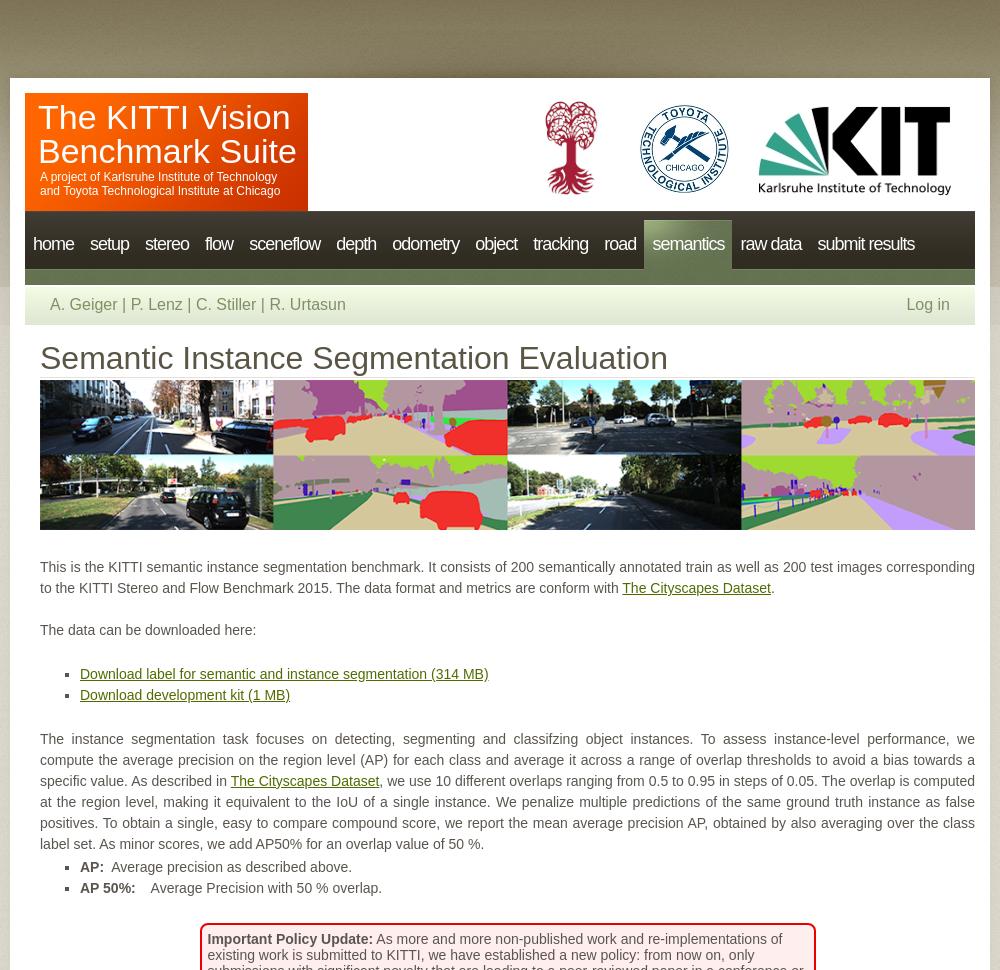 This screenshot has width=1000, height=970. What do you see at coordinates (235, 309) in the screenshot?
I see `'Flow 2015'` at bounding box center [235, 309].